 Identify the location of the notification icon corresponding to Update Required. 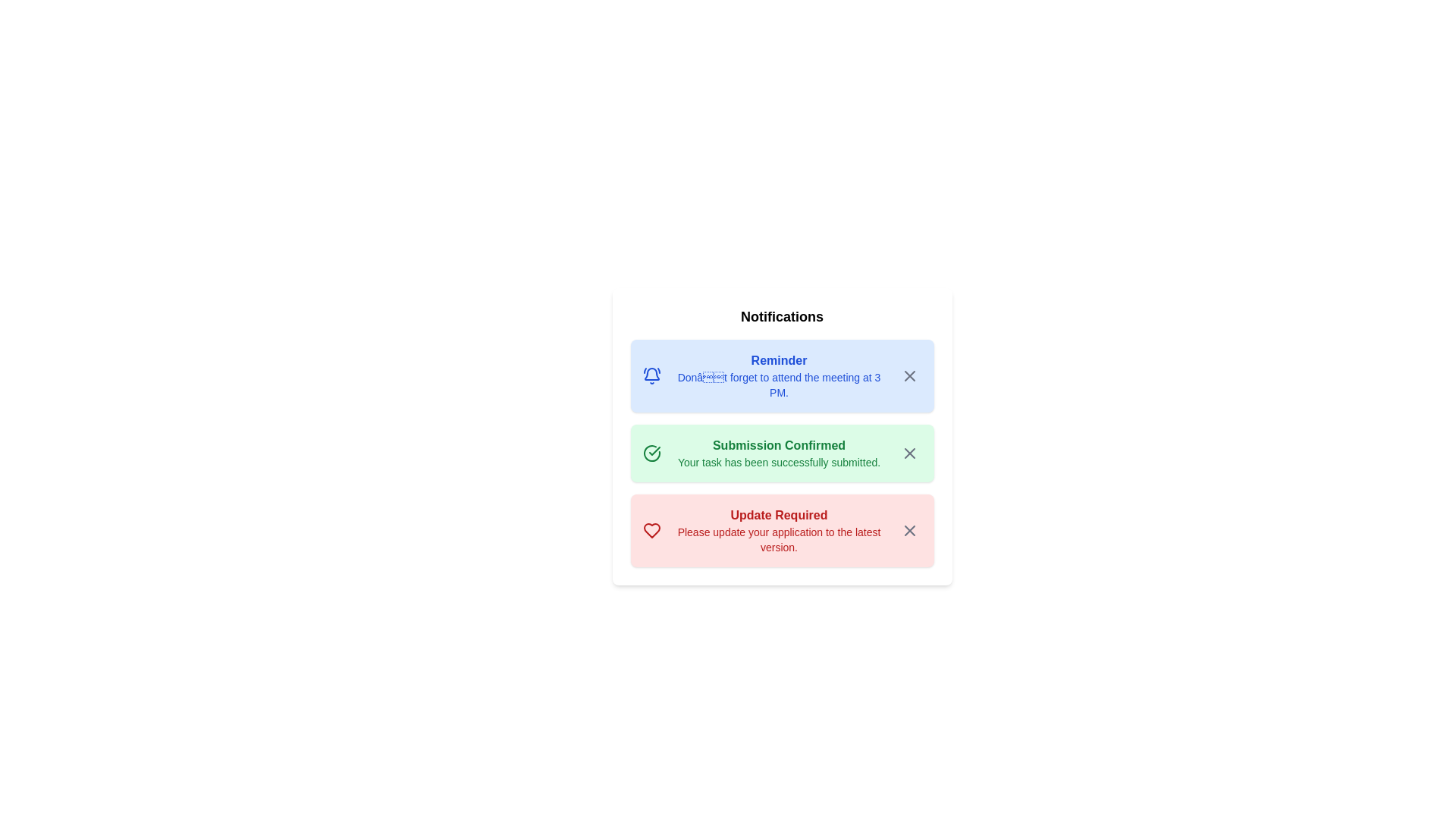
(897, 517).